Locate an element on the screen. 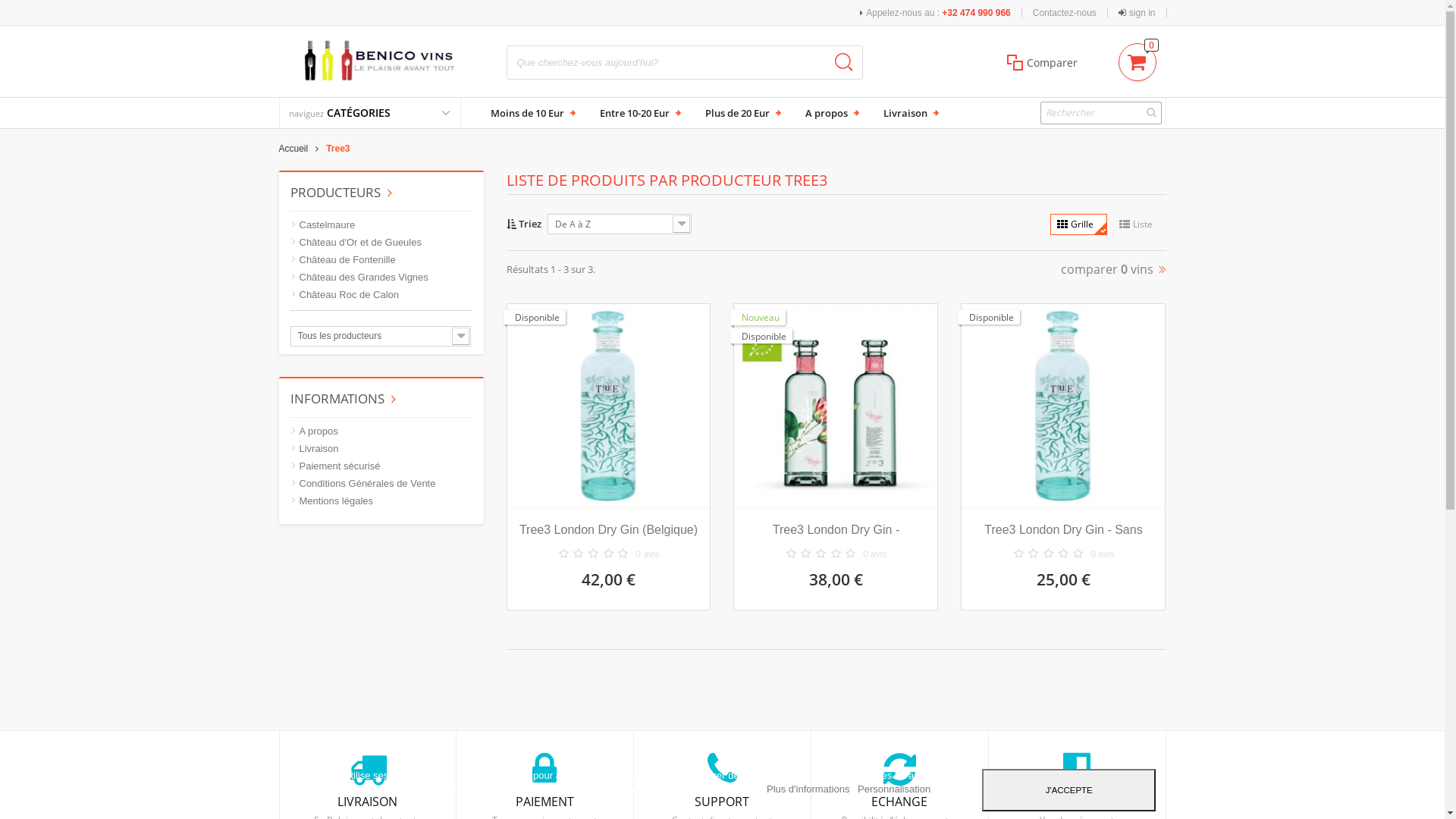  'Accueil' is located at coordinates (303, 149).